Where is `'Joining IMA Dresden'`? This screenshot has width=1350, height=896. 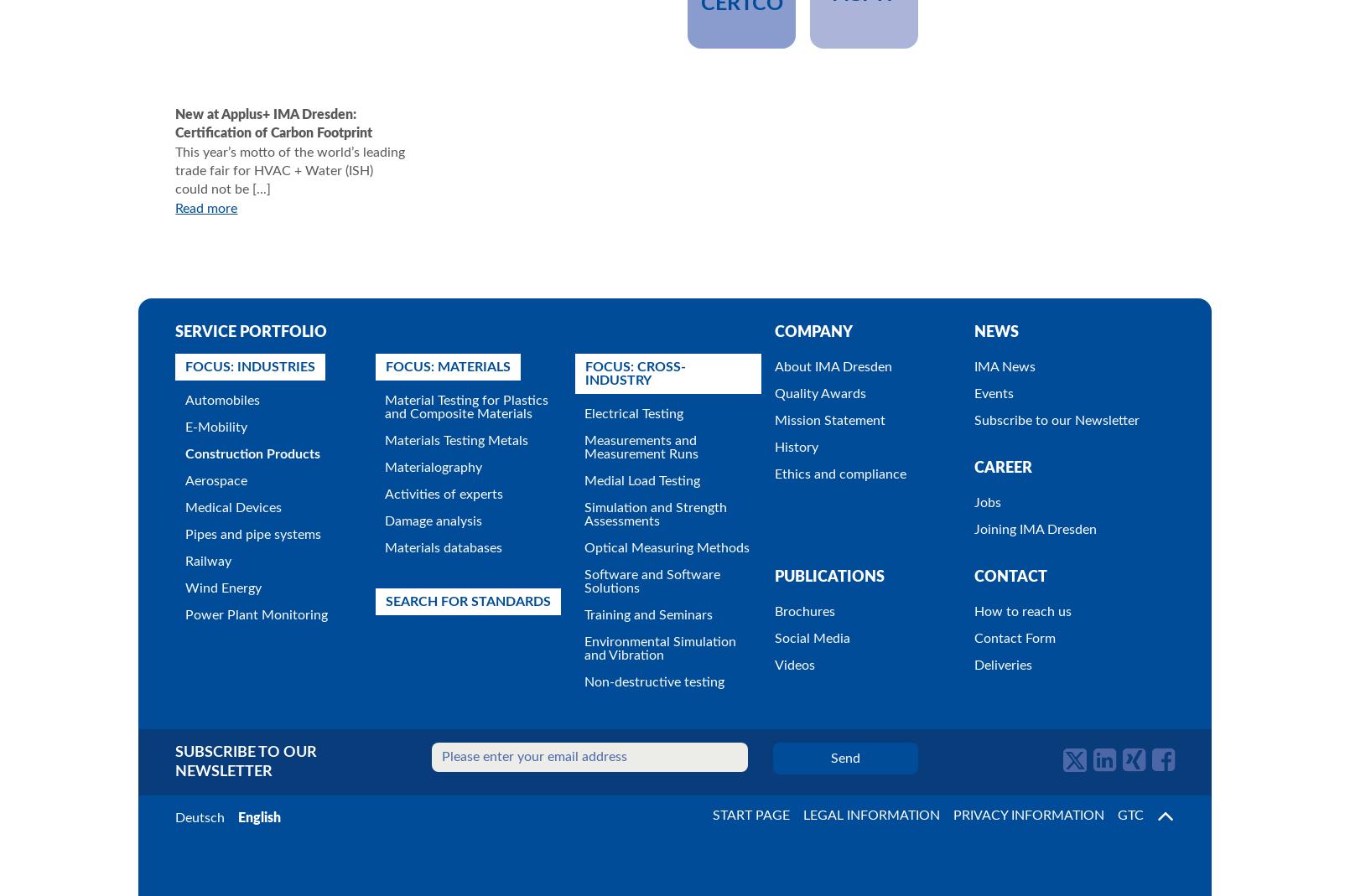 'Joining IMA Dresden' is located at coordinates (1035, 529).